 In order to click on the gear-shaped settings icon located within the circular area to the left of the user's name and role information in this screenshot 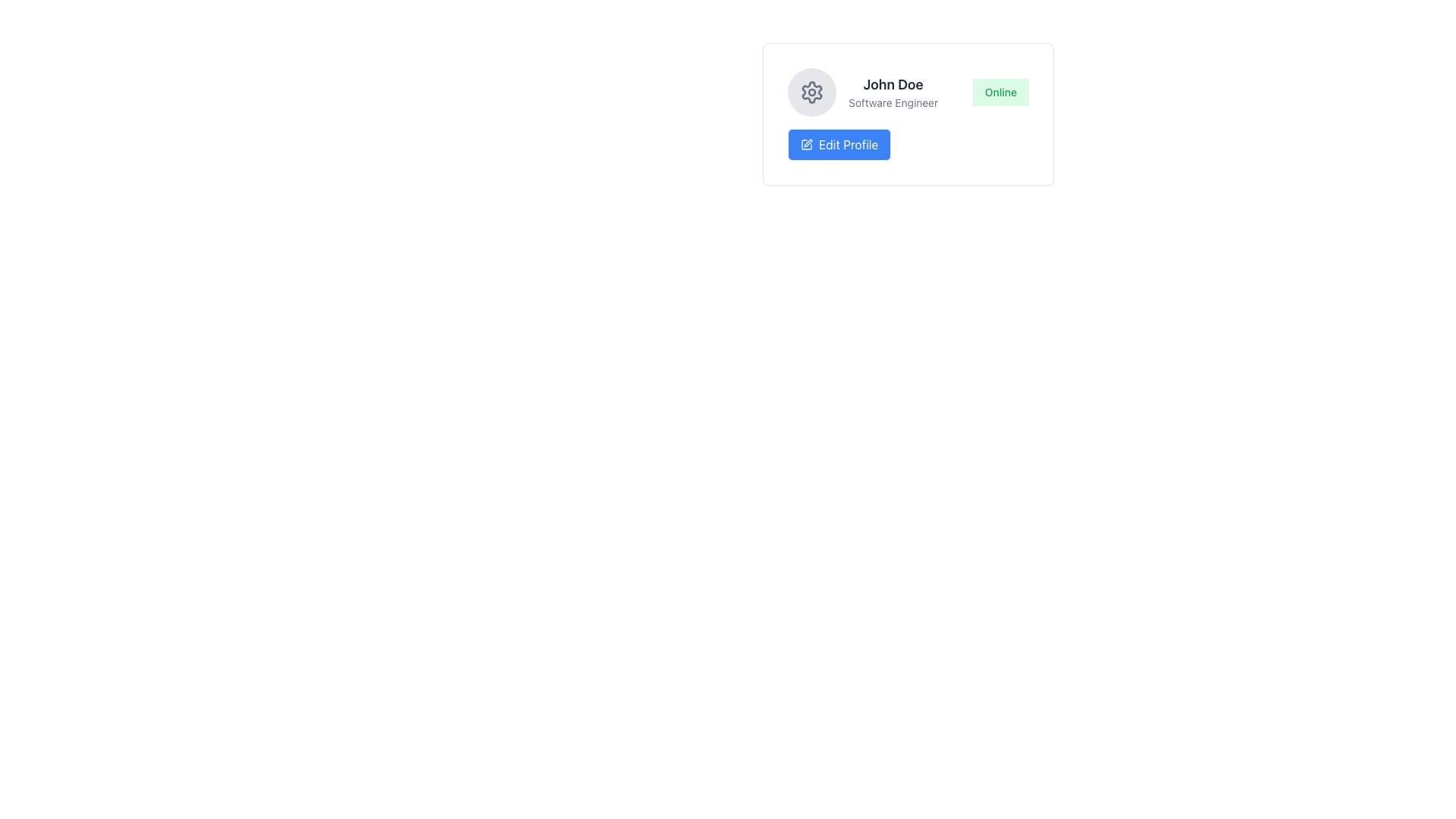, I will do `click(811, 93)`.